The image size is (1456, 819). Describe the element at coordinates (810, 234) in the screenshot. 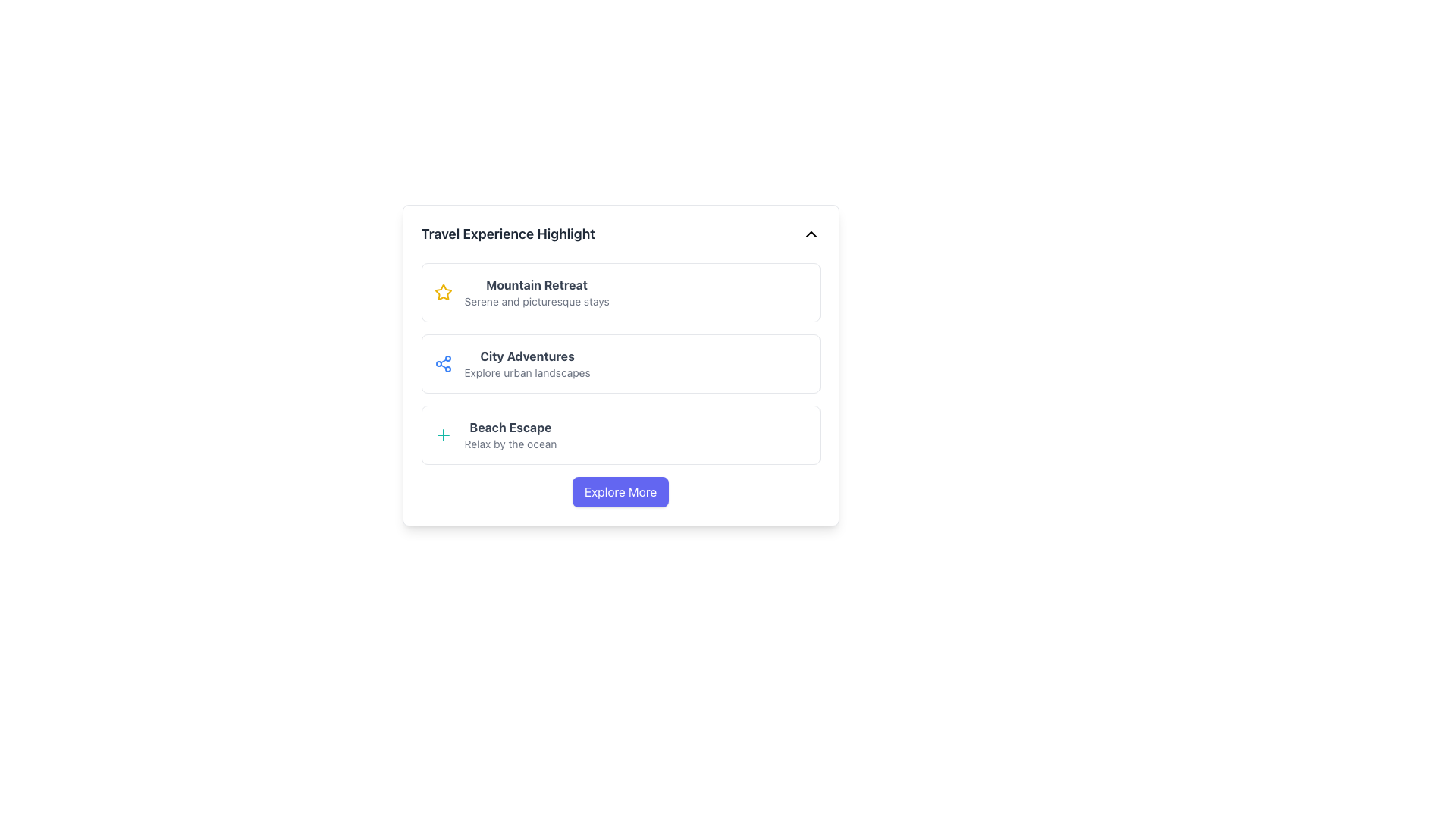

I see `the chevron icon in the upper right corner of the 'Travel Experience Highlight' section to toggle the content display` at that location.